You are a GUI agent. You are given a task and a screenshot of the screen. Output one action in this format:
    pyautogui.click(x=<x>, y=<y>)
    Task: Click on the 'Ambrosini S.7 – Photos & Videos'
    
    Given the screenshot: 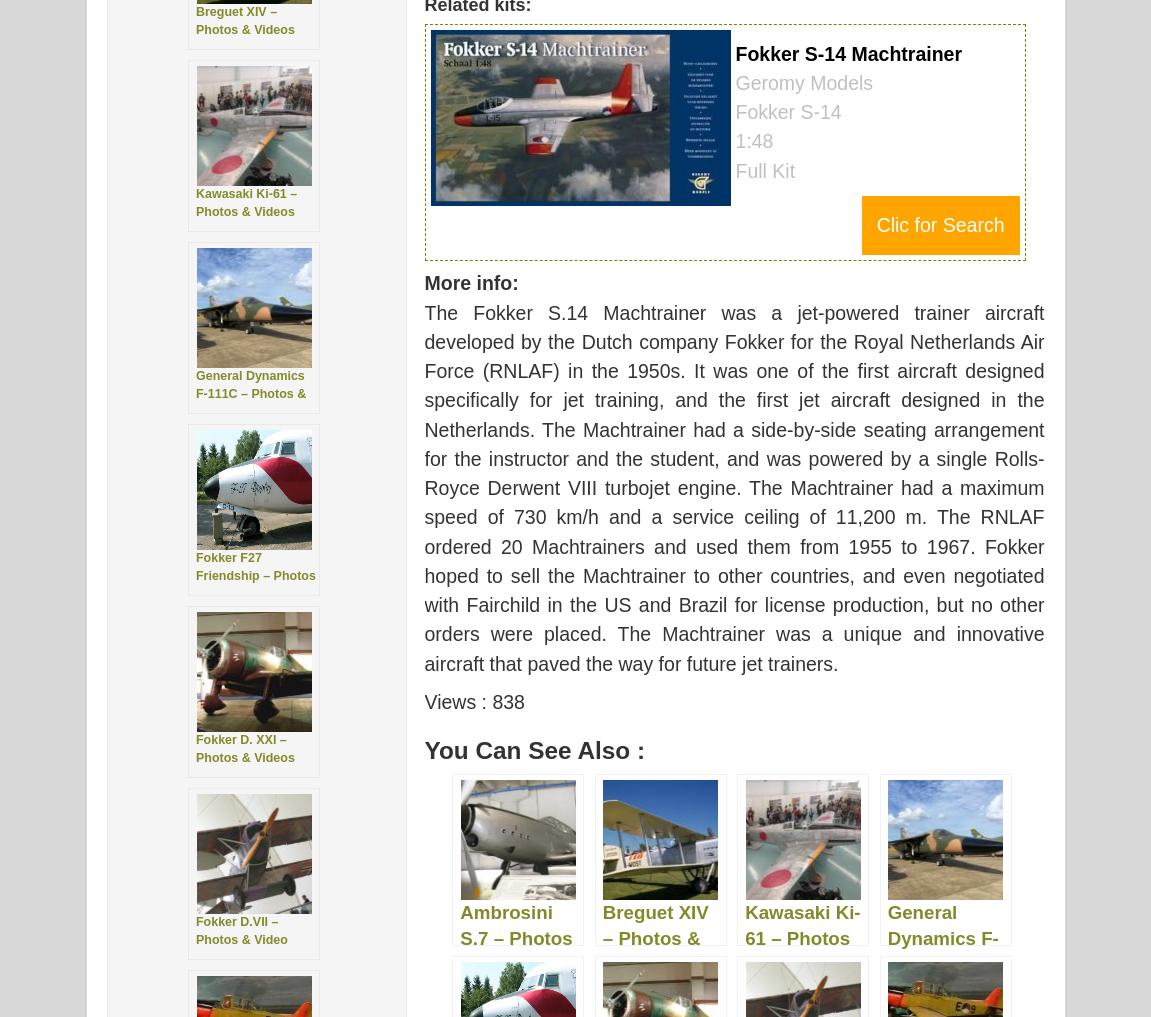 What is the action you would take?
    pyautogui.click(x=514, y=936)
    